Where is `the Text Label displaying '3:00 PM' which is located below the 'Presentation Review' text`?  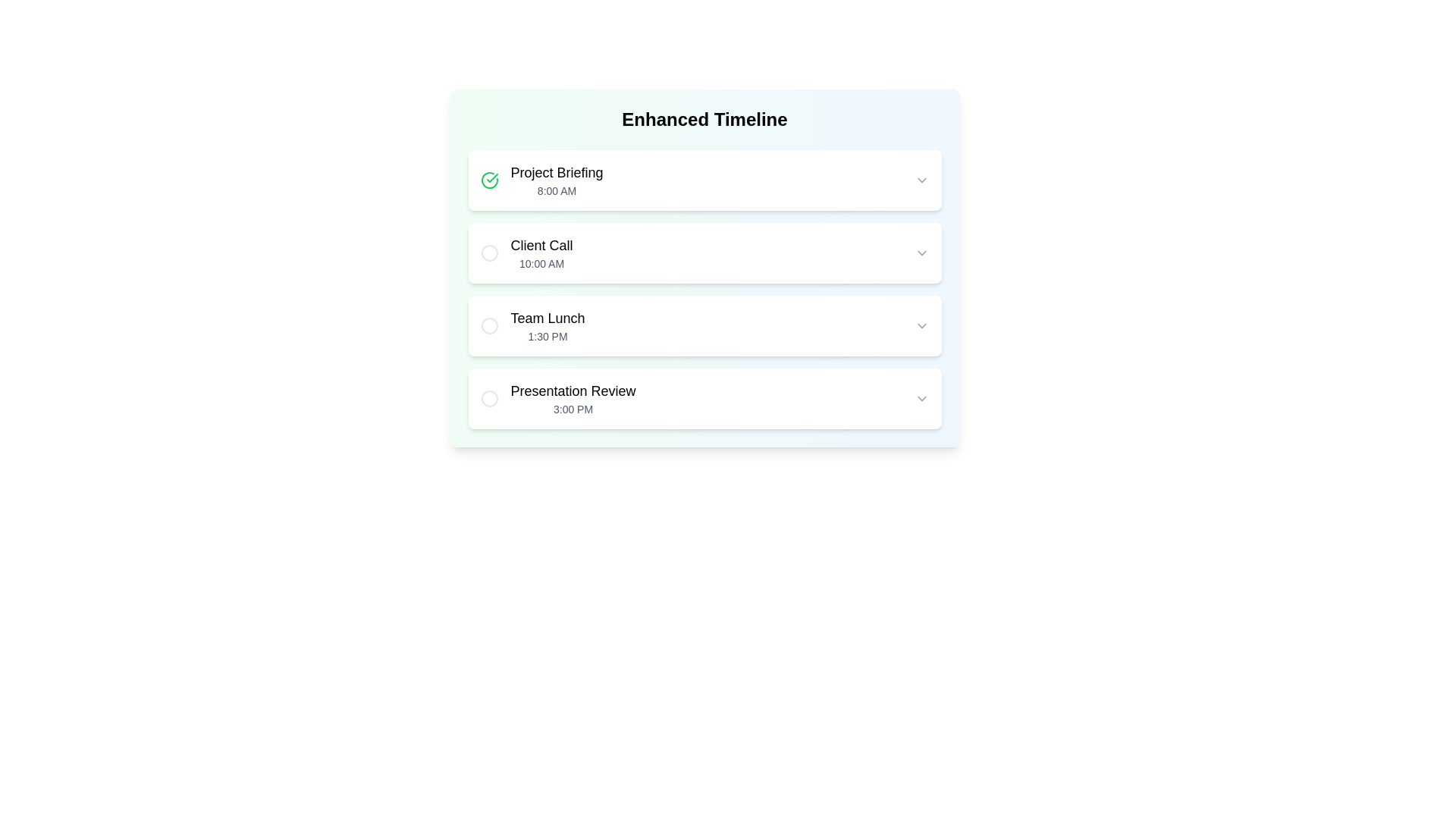 the Text Label displaying '3:00 PM' which is located below the 'Presentation Review' text is located at coordinates (573, 409).